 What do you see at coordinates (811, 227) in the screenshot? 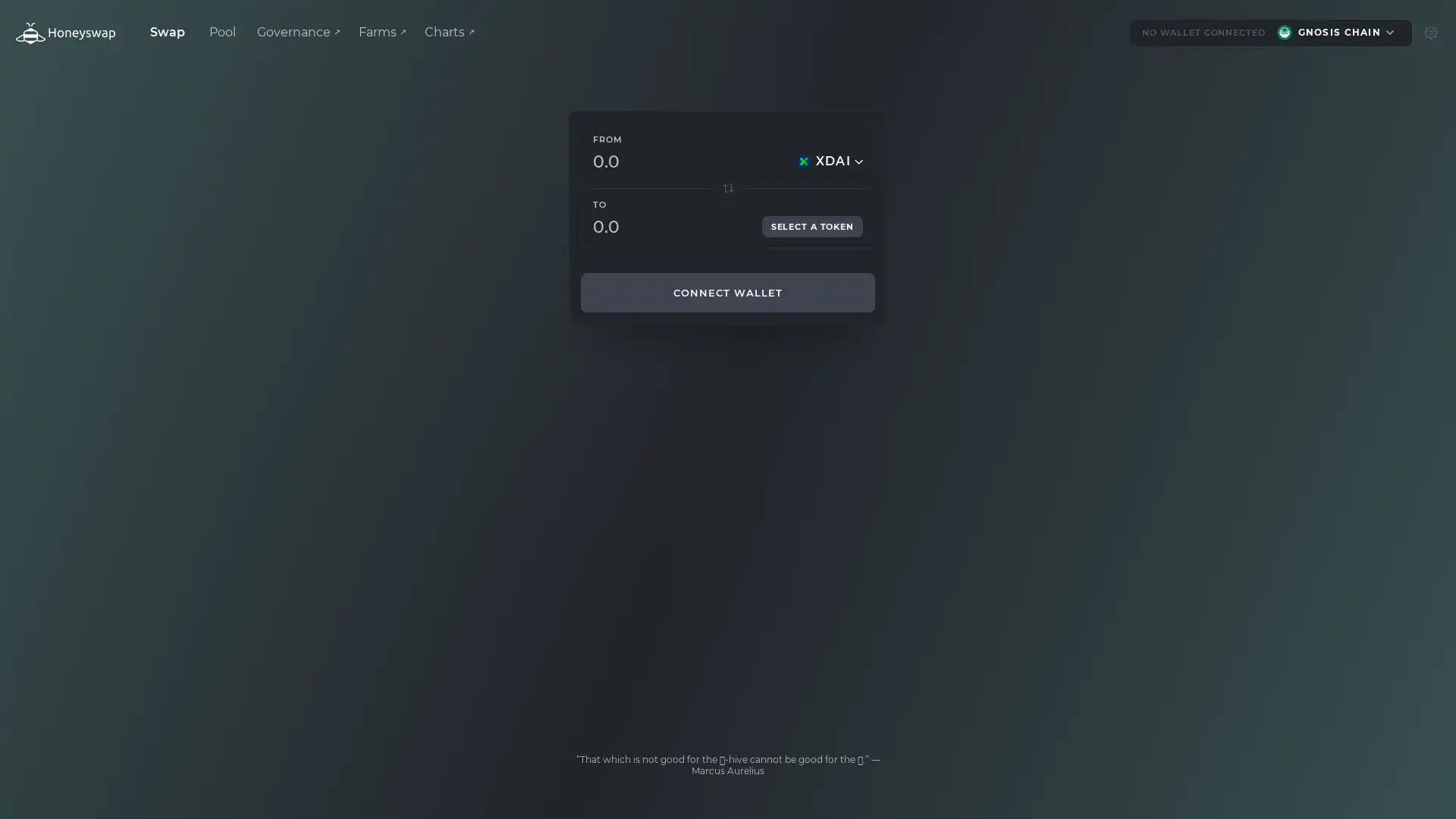
I see `SELECT A TOKEN` at bounding box center [811, 227].